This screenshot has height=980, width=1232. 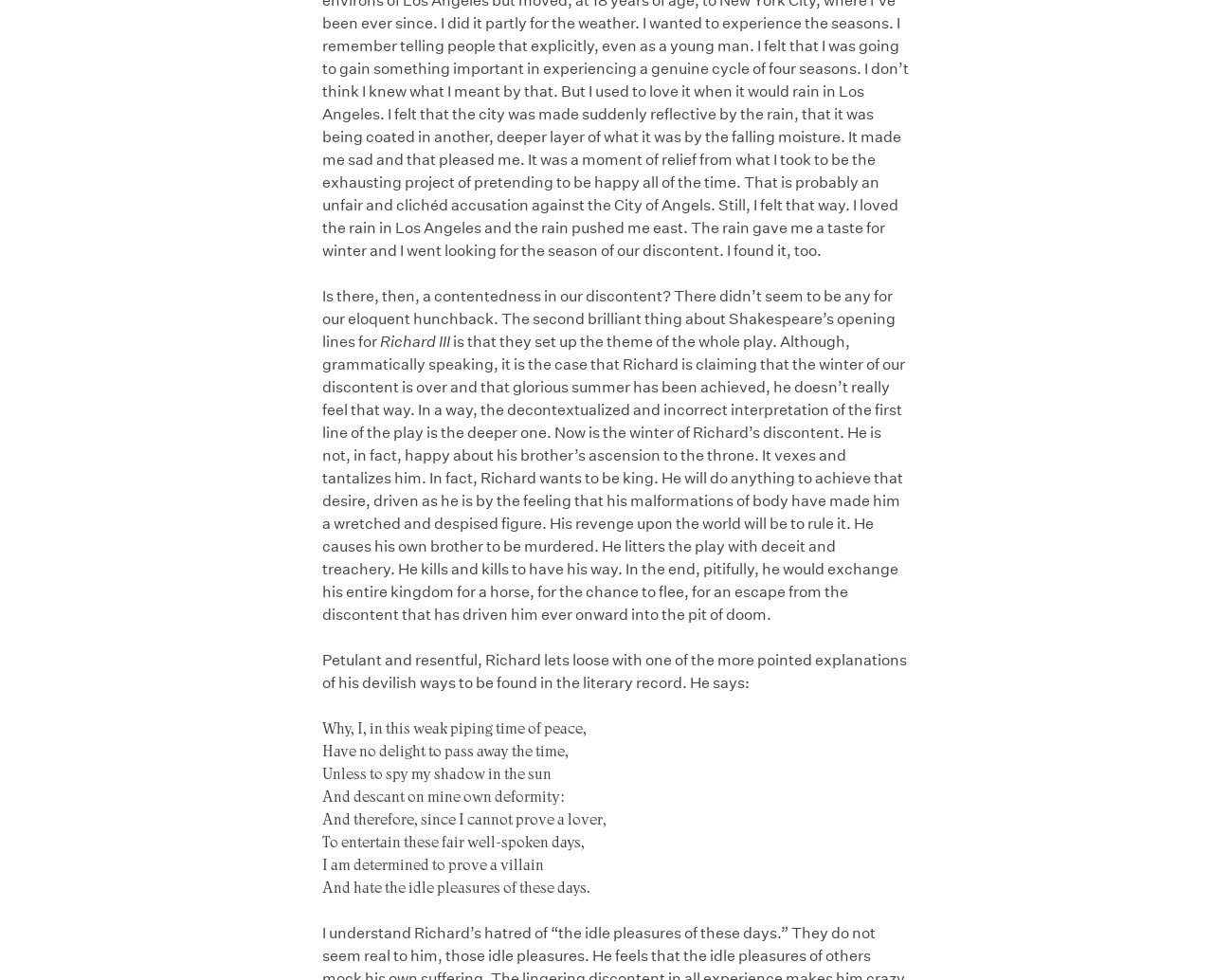 What do you see at coordinates (452, 840) in the screenshot?
I see `'To entertain these fair well-spoken days,'` at bounding box center [452, 840].